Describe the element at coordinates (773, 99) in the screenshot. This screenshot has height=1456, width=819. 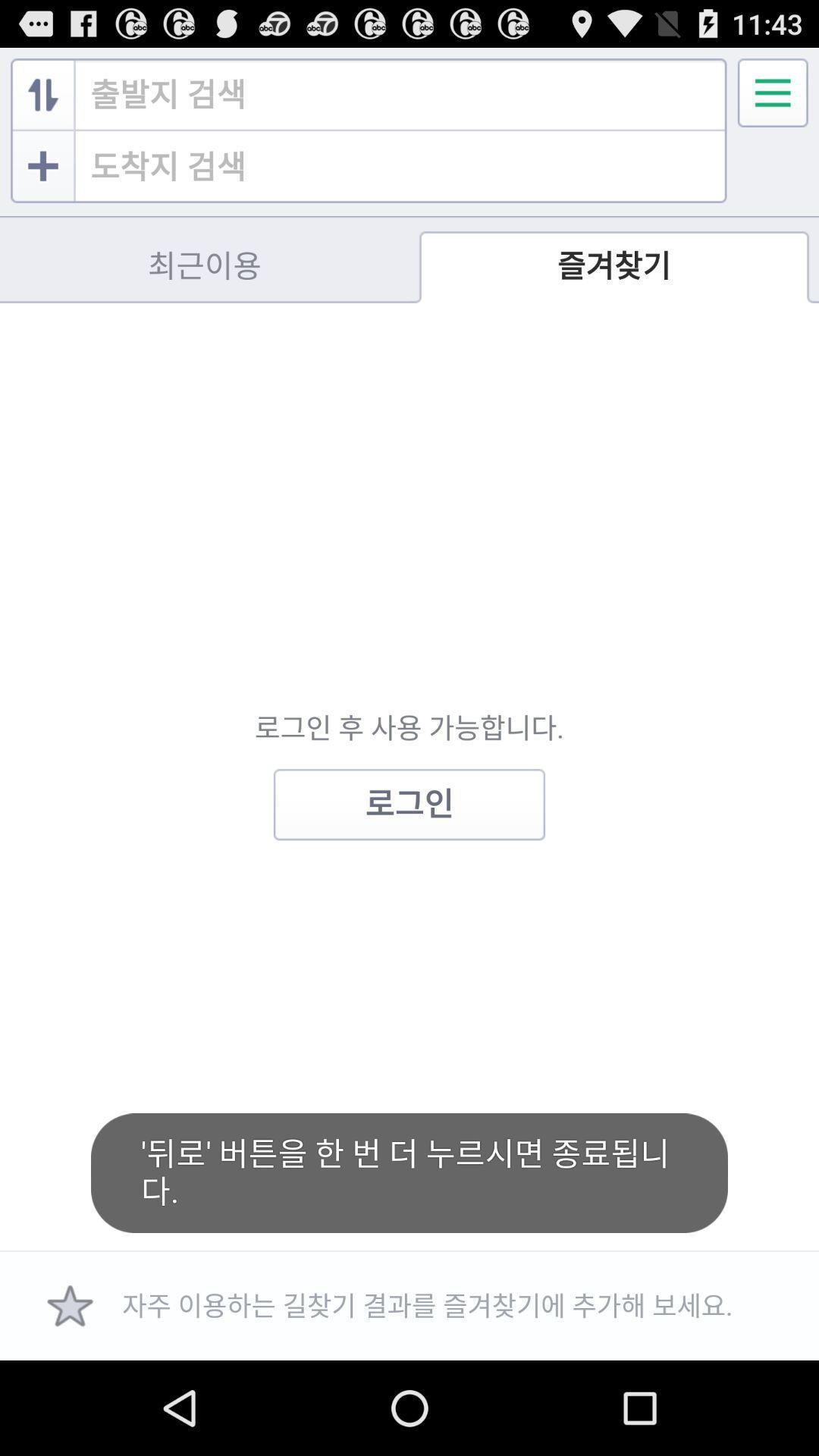
I see `the menu icon` at that location.